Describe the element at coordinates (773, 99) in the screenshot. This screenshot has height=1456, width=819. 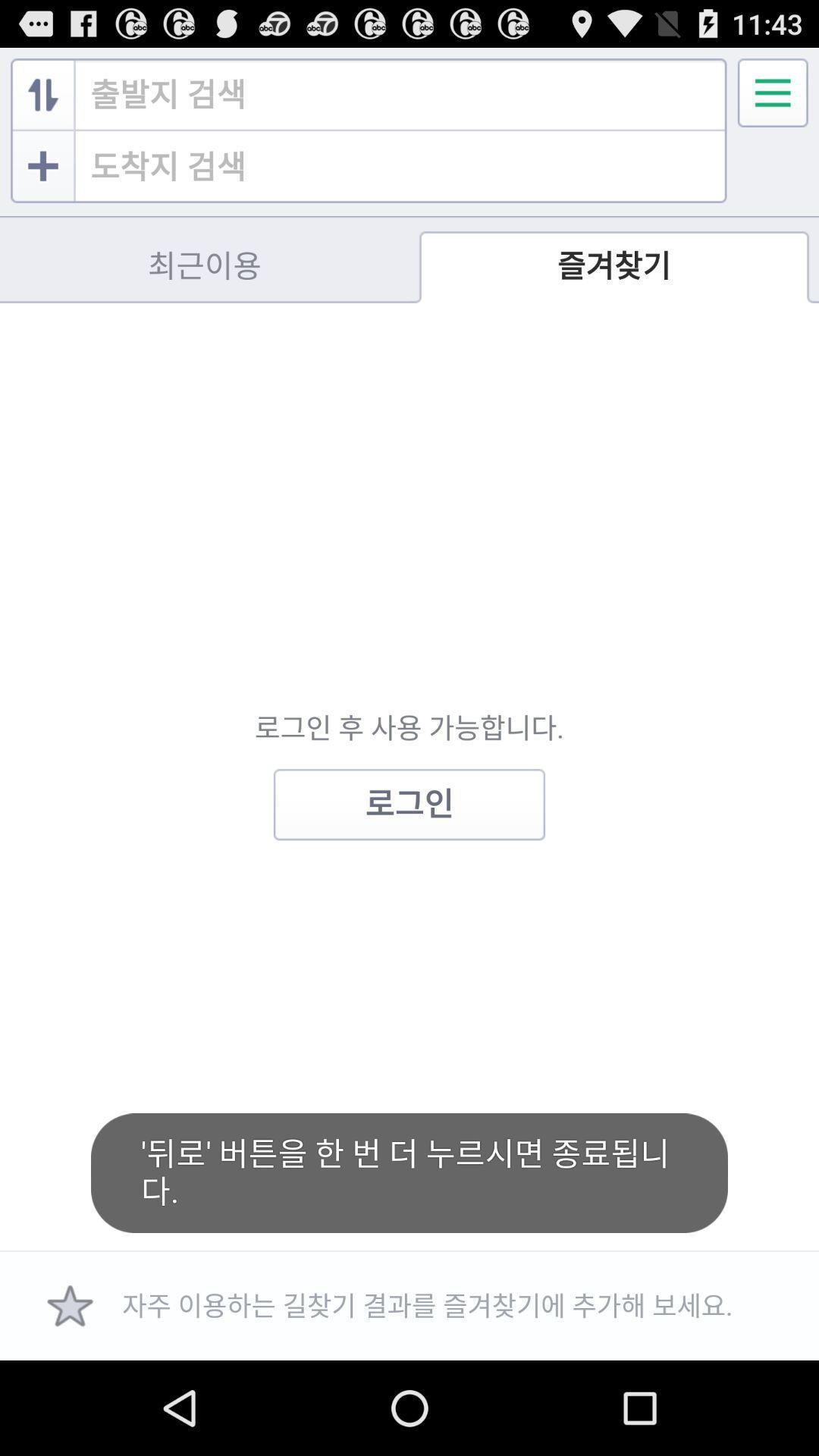
I see `the menu icon` at that location.